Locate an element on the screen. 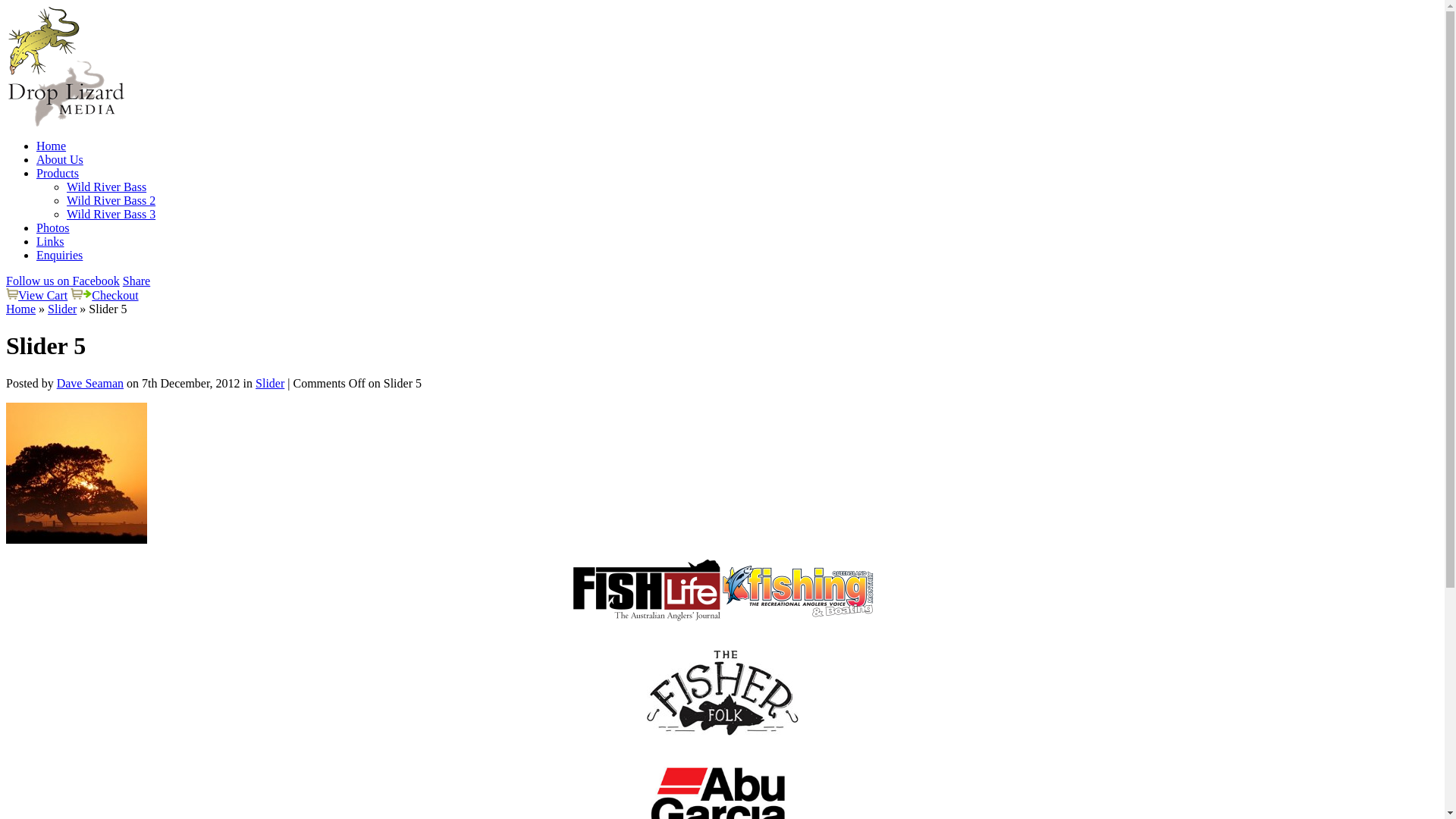 The width and height of the screenshot is (1456, 819). 'Home' is located at coordinates (51, 146).